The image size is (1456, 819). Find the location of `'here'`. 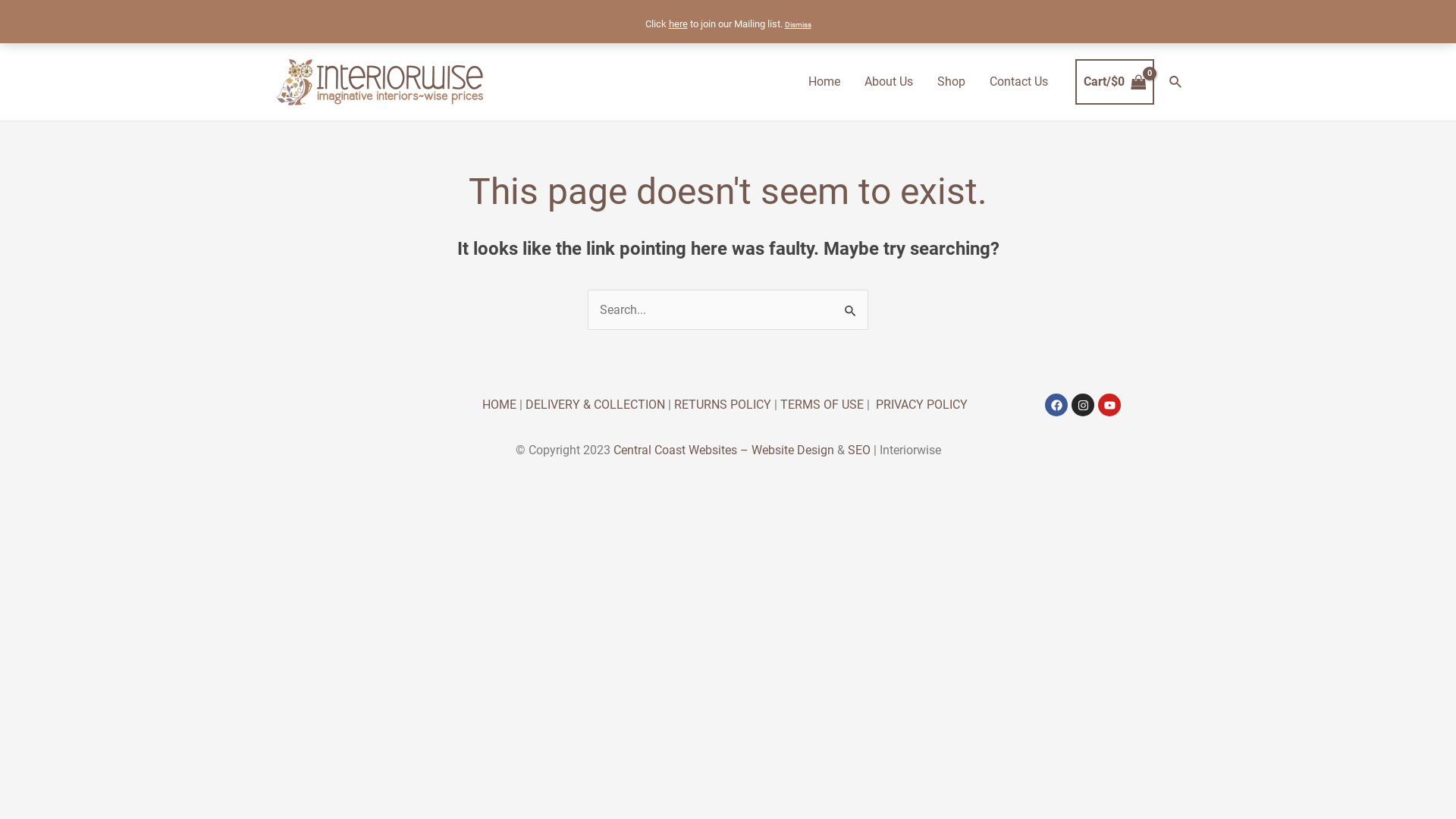

'here' is located at coordinates (677, 24).